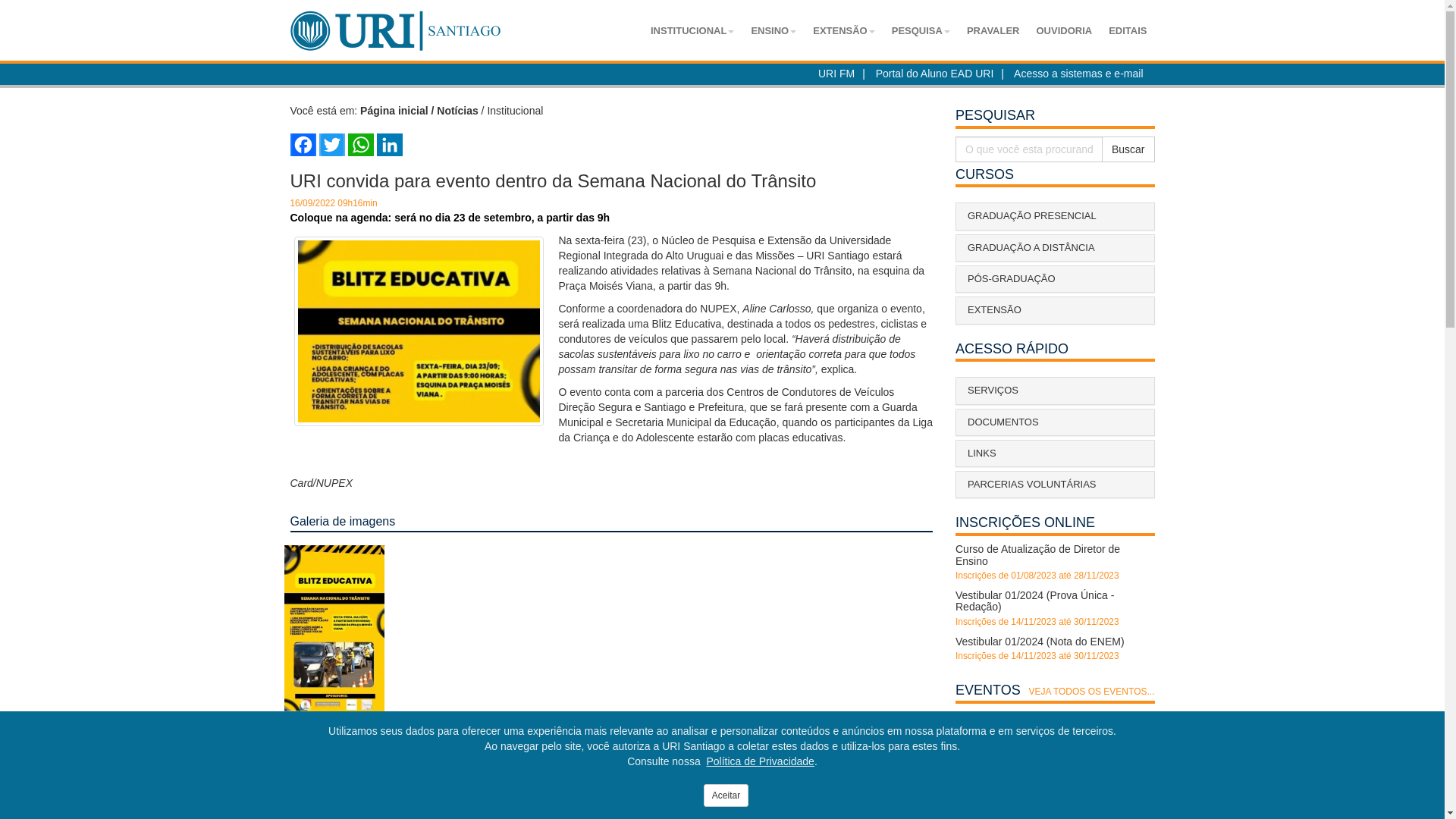 The image size is (1456, 819). What do you see at coordinates (389, 145) in the screenshot?
I see `'LinkedIn'` at bounding box center [389, 145].